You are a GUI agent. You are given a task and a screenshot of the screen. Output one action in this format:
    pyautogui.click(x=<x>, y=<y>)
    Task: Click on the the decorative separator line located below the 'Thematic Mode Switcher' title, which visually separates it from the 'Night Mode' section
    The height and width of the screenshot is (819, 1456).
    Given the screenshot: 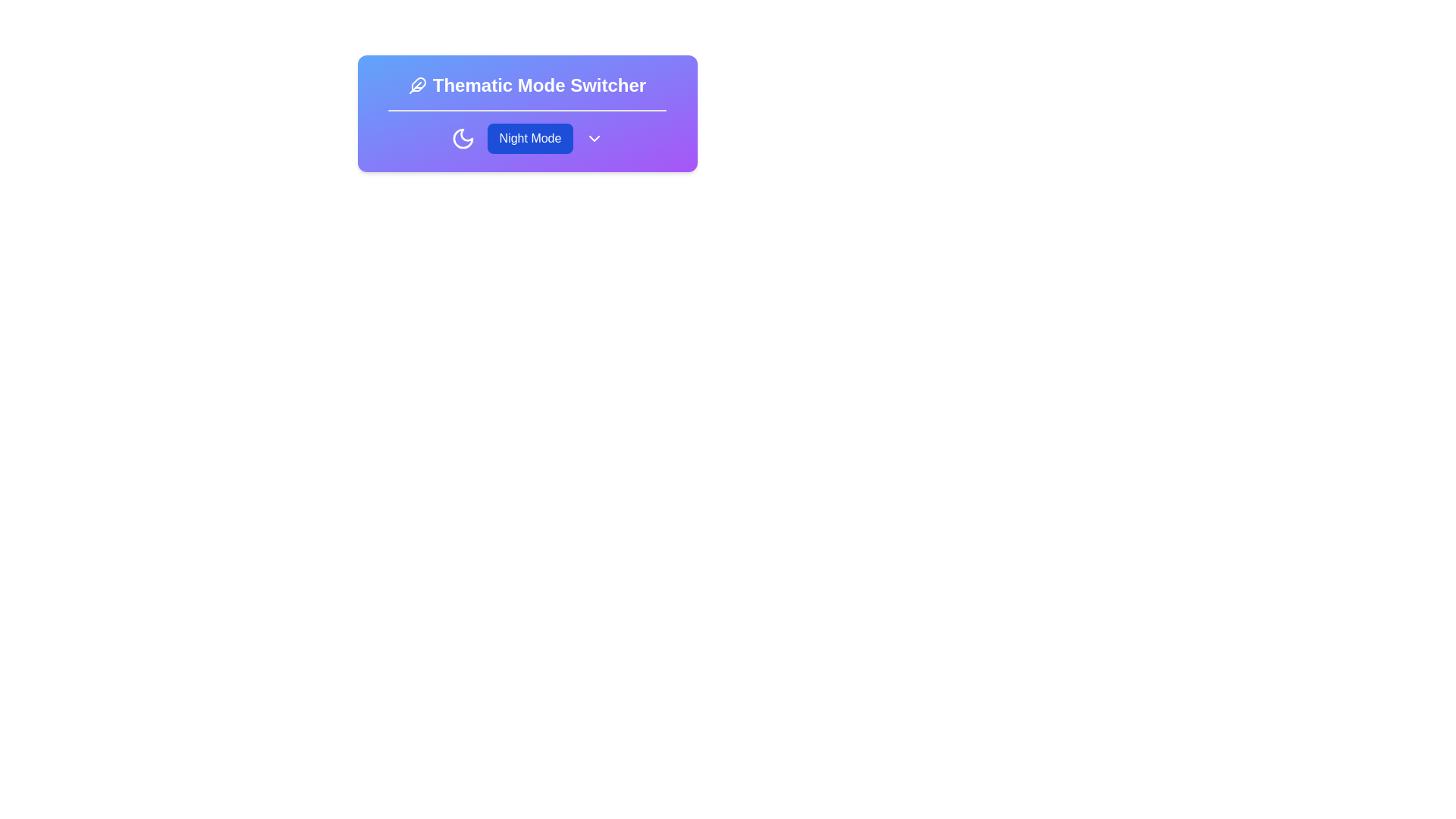 What is the action you would take?
    pyautogui.click(x=527, y=110)
    